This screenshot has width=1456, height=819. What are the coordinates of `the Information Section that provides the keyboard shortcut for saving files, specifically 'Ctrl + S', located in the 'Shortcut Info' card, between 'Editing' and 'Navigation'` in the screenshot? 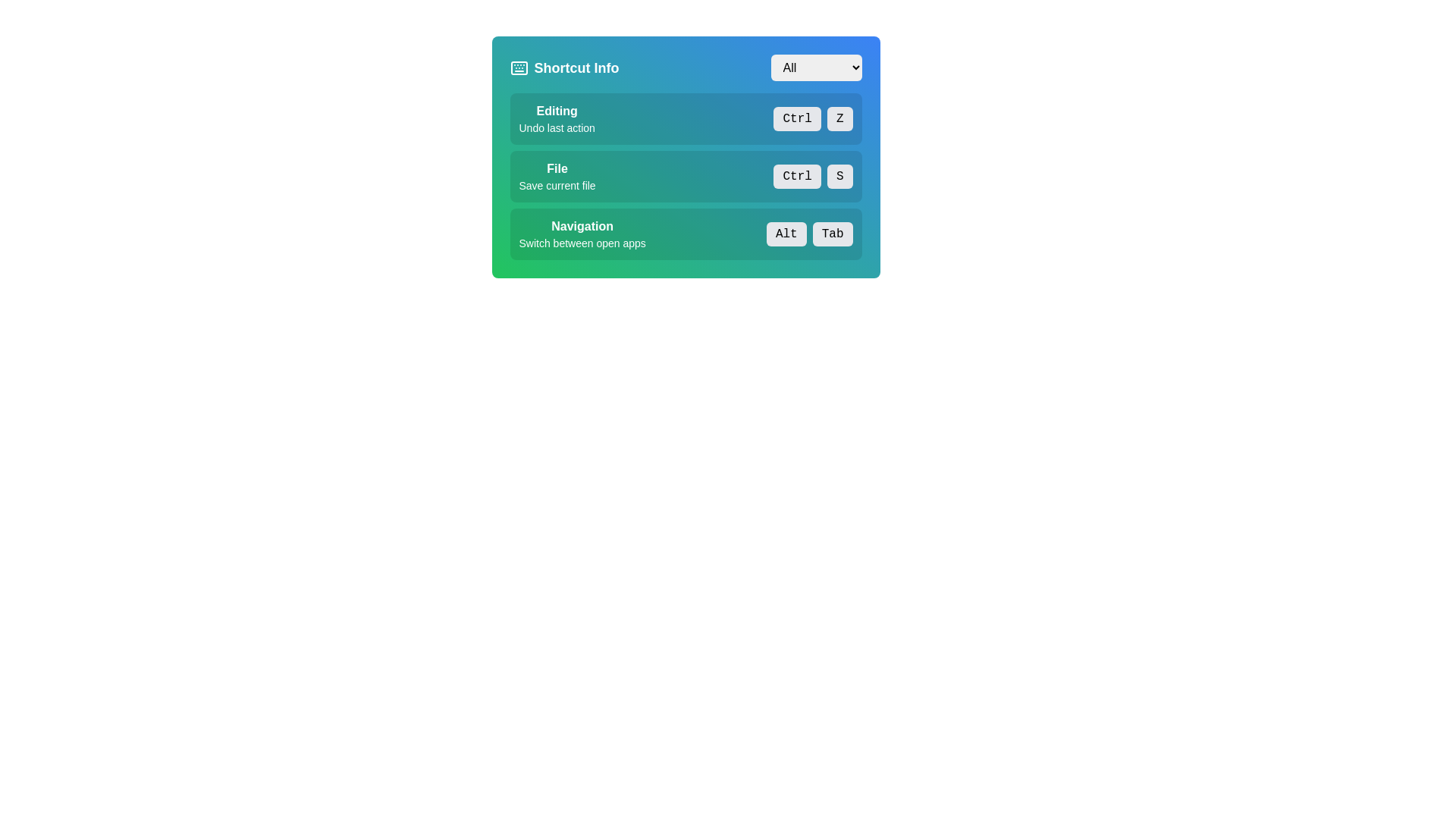 It's located at (685, 175).